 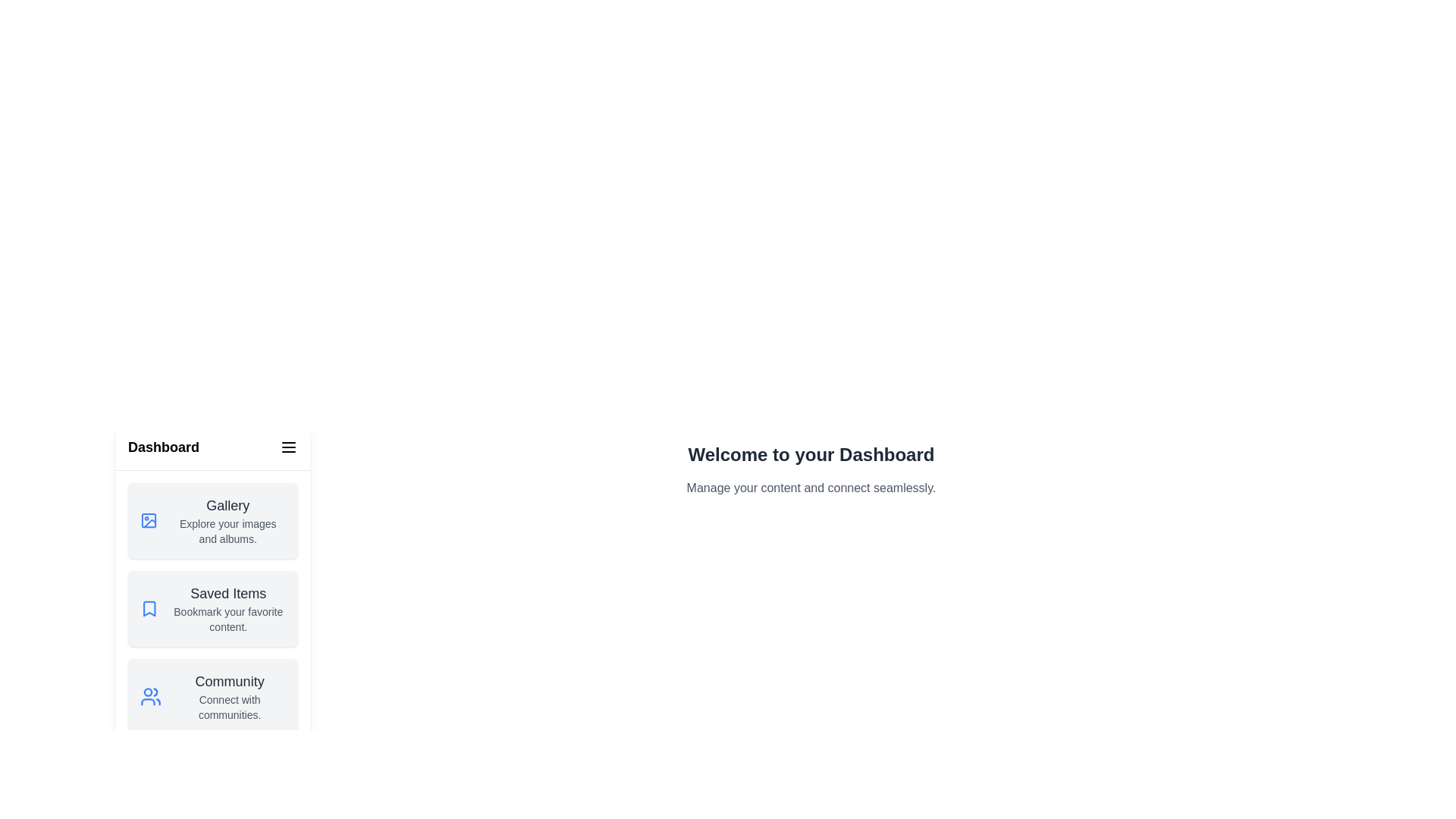 I want to click on the menu button to toggle the drawer visibility, so click(x=288, y=447).